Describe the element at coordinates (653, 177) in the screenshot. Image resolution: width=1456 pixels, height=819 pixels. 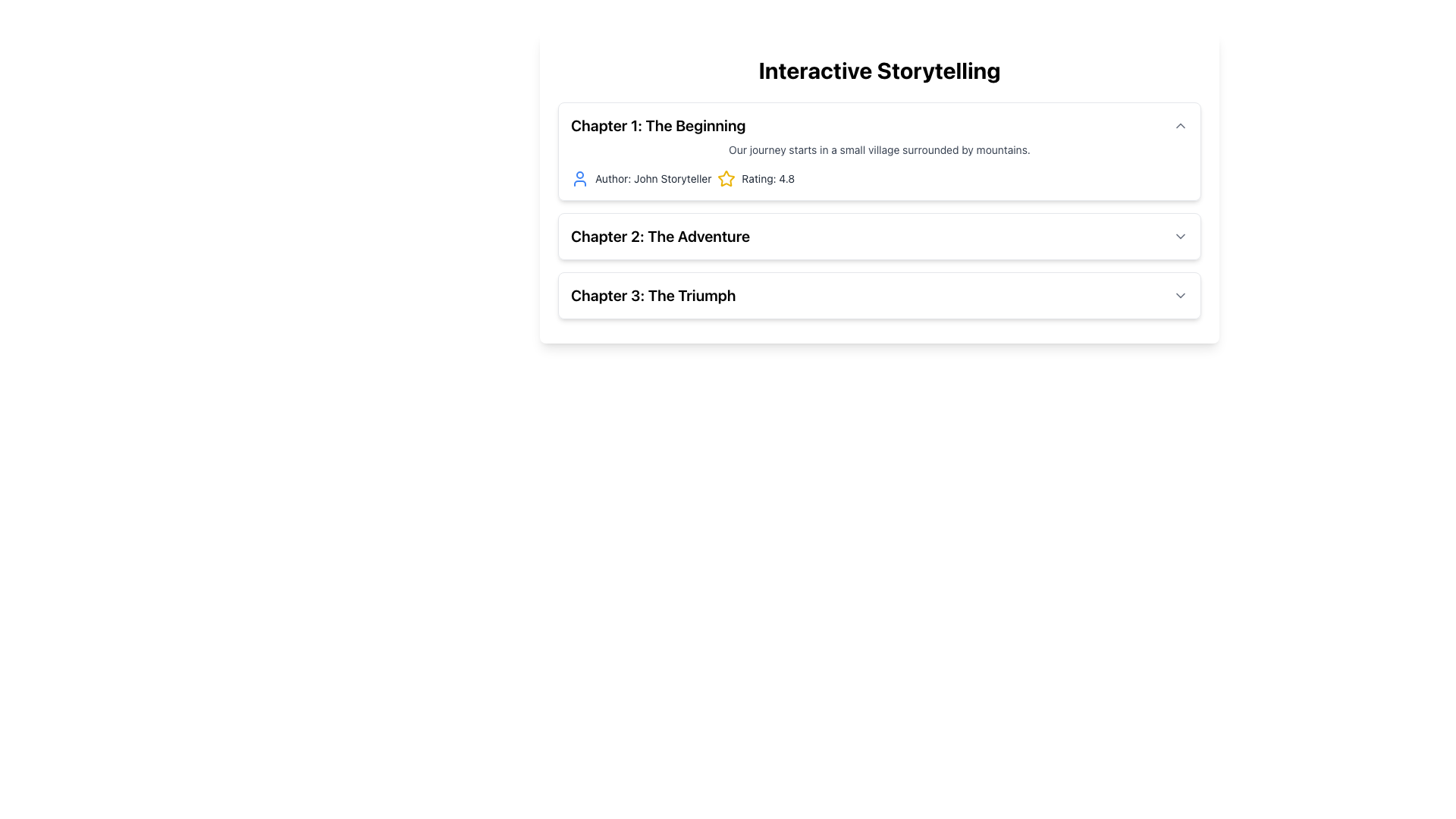
I see `text label displaying 'Author: John Storyteller' which is located below the title 'Chapter 1: The Beginning' and situated between a user icon and a star icon` at that location.